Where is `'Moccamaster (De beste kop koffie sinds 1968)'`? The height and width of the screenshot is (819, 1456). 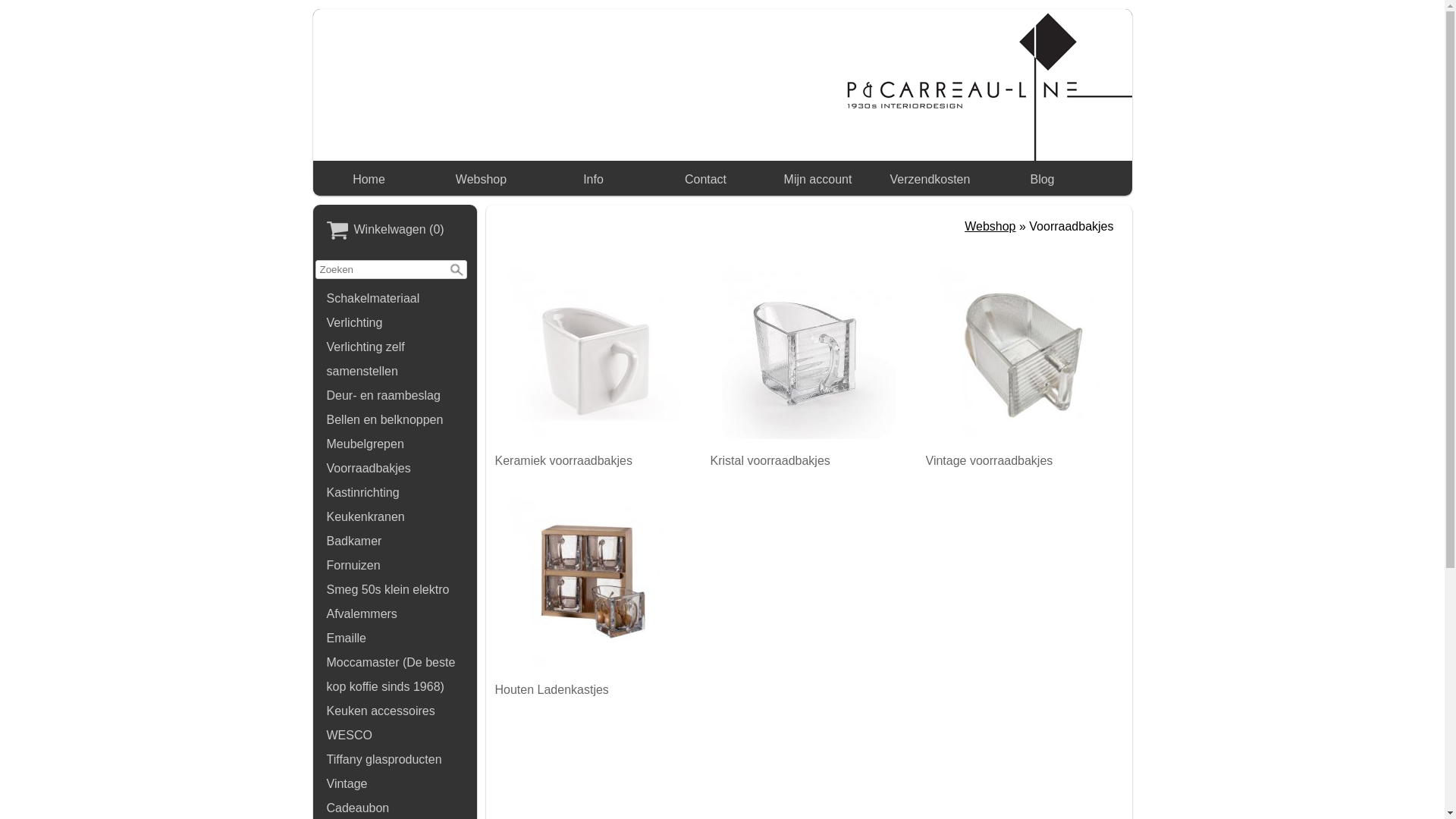
'Moccamaster (De beste kop koffie sinds 1968)' is located at coordinates (395, 674).